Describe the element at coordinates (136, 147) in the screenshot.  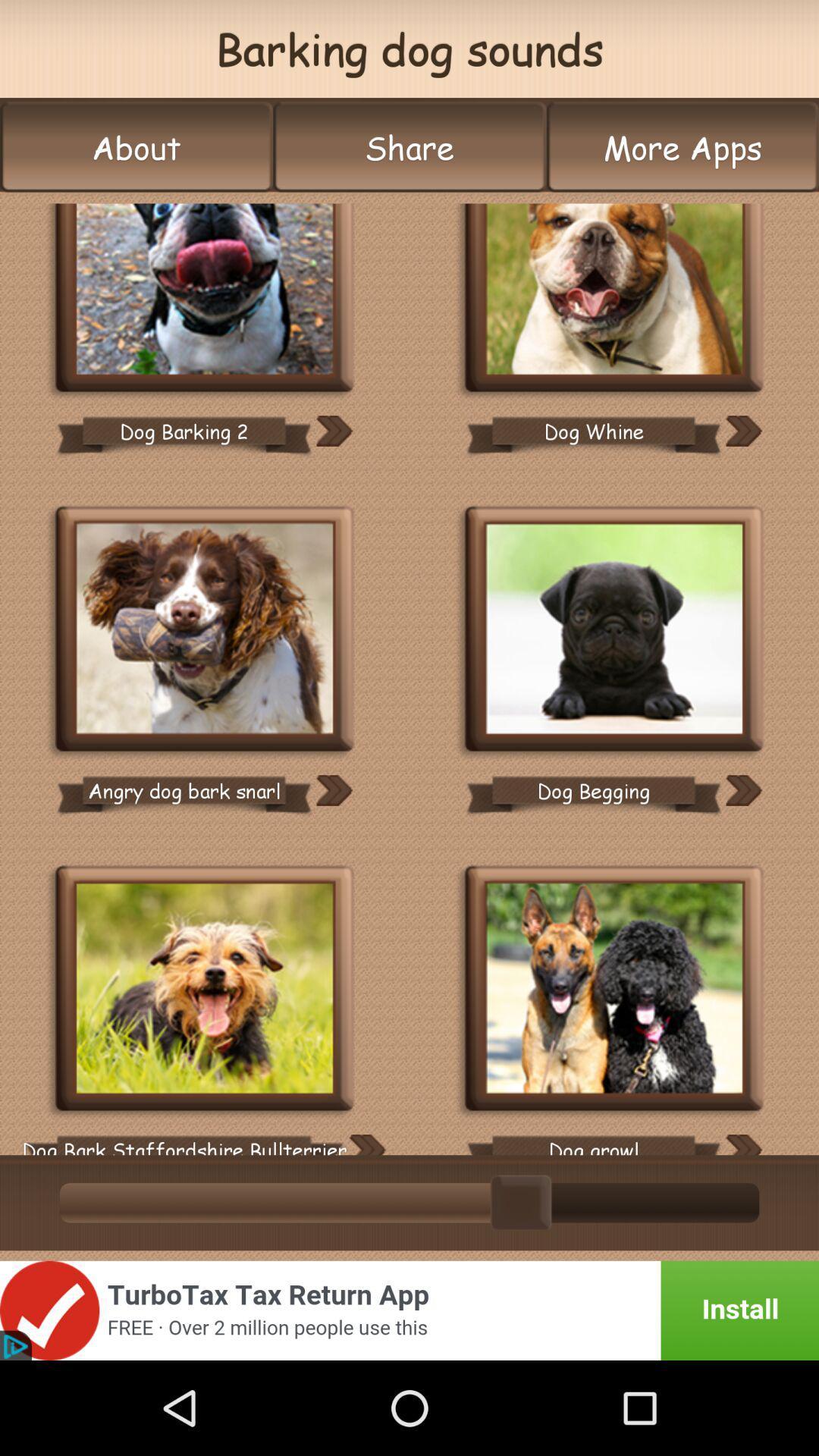
I see `app below the barking dog sounds app` at that location.